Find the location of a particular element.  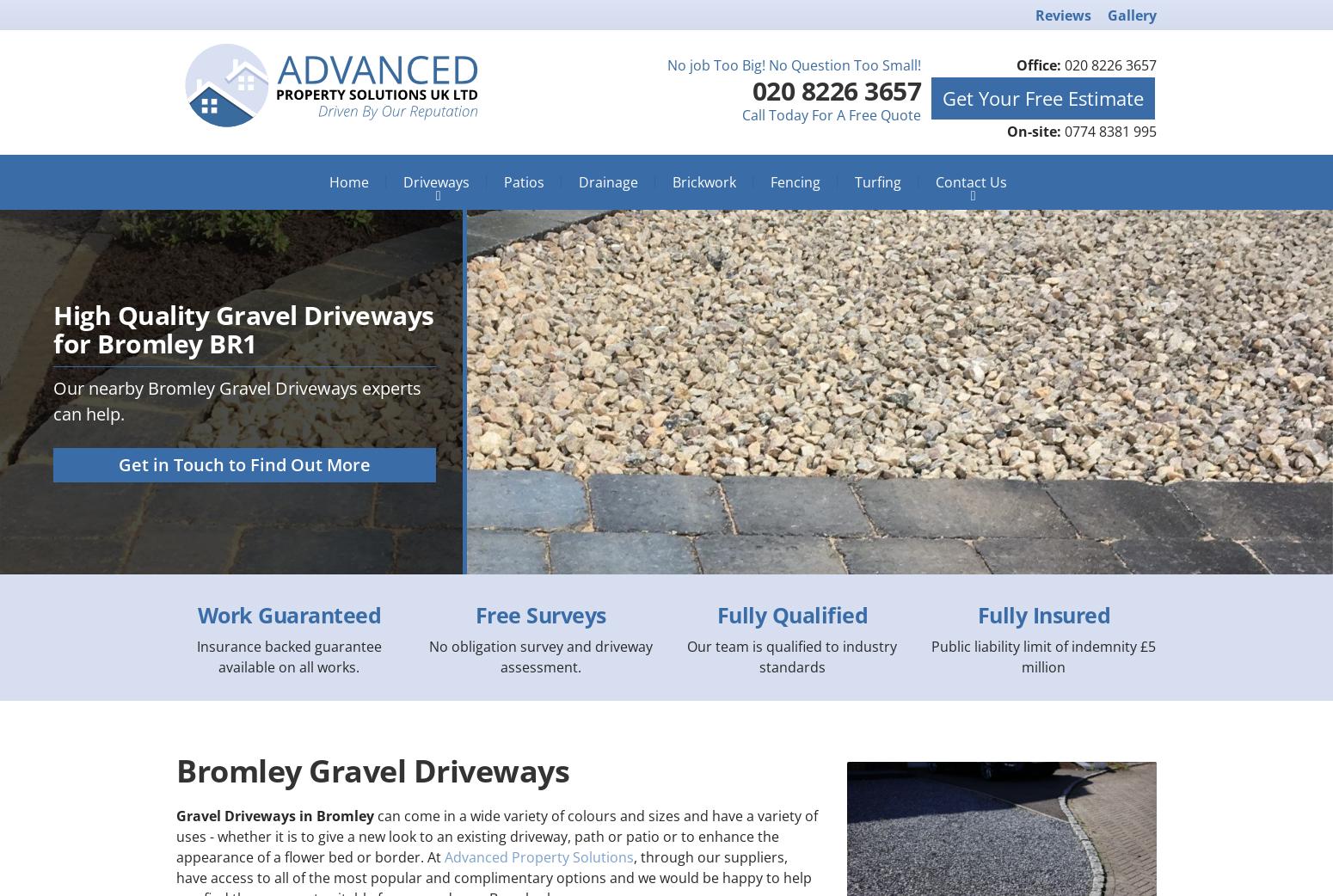

'Public liability limit of indemnity £5 million' is located at coordinates (1043, 655).